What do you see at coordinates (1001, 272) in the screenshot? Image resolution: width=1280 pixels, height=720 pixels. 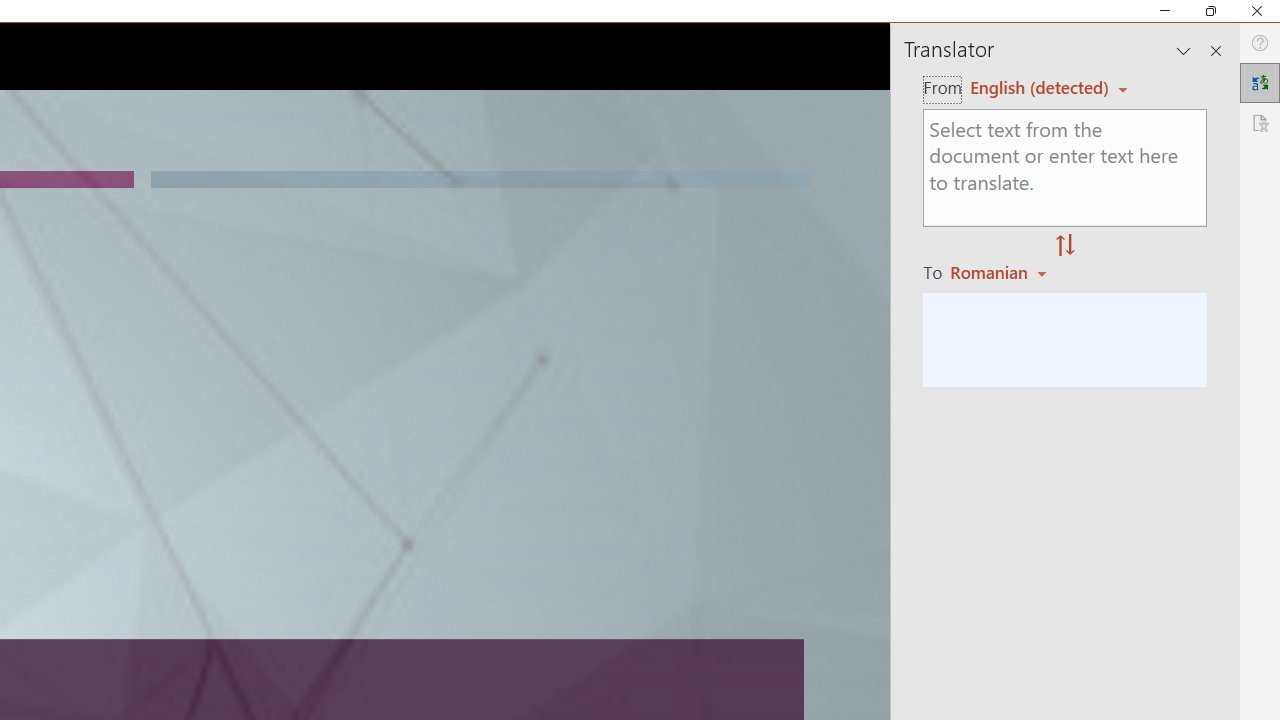 I see `'Romanian'` at bounding box center [1001, 272].